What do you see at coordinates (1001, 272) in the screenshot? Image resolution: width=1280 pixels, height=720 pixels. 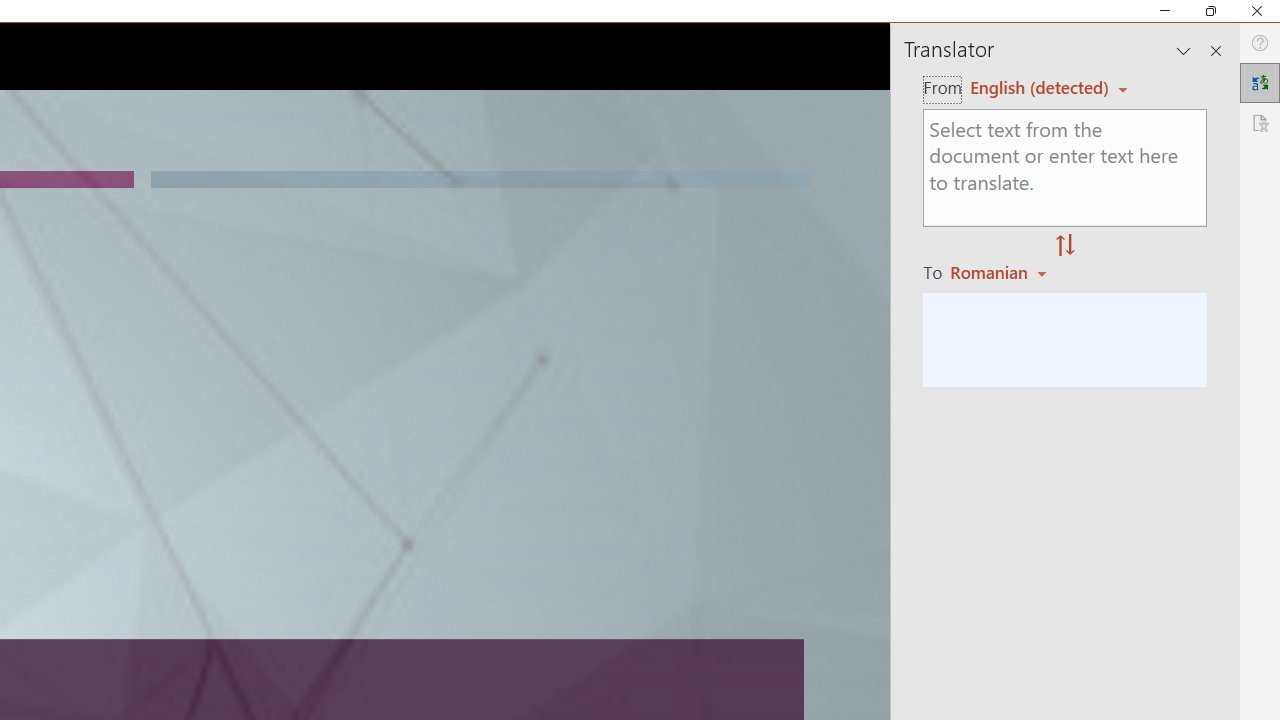 I see `'Romanian'` at bounding box center [1001, 272].